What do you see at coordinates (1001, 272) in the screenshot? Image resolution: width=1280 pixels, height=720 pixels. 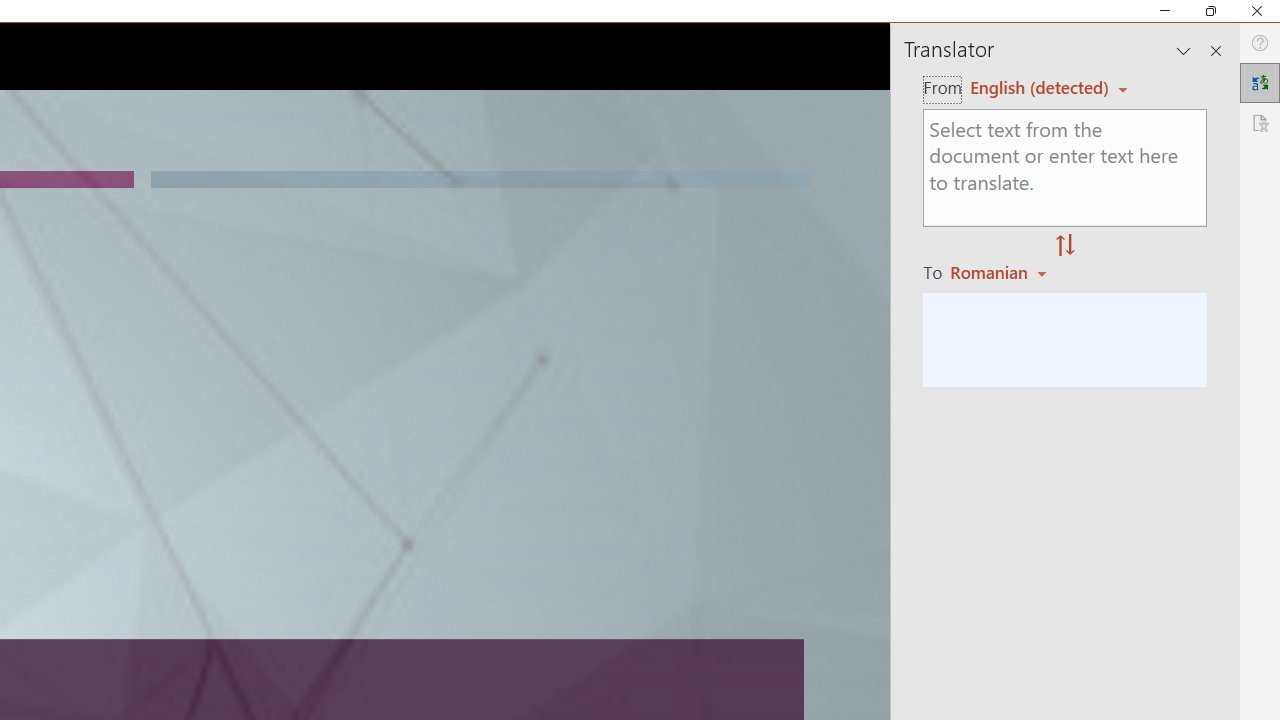 I see `'Romanian'` at bounding box center [1001, 272].